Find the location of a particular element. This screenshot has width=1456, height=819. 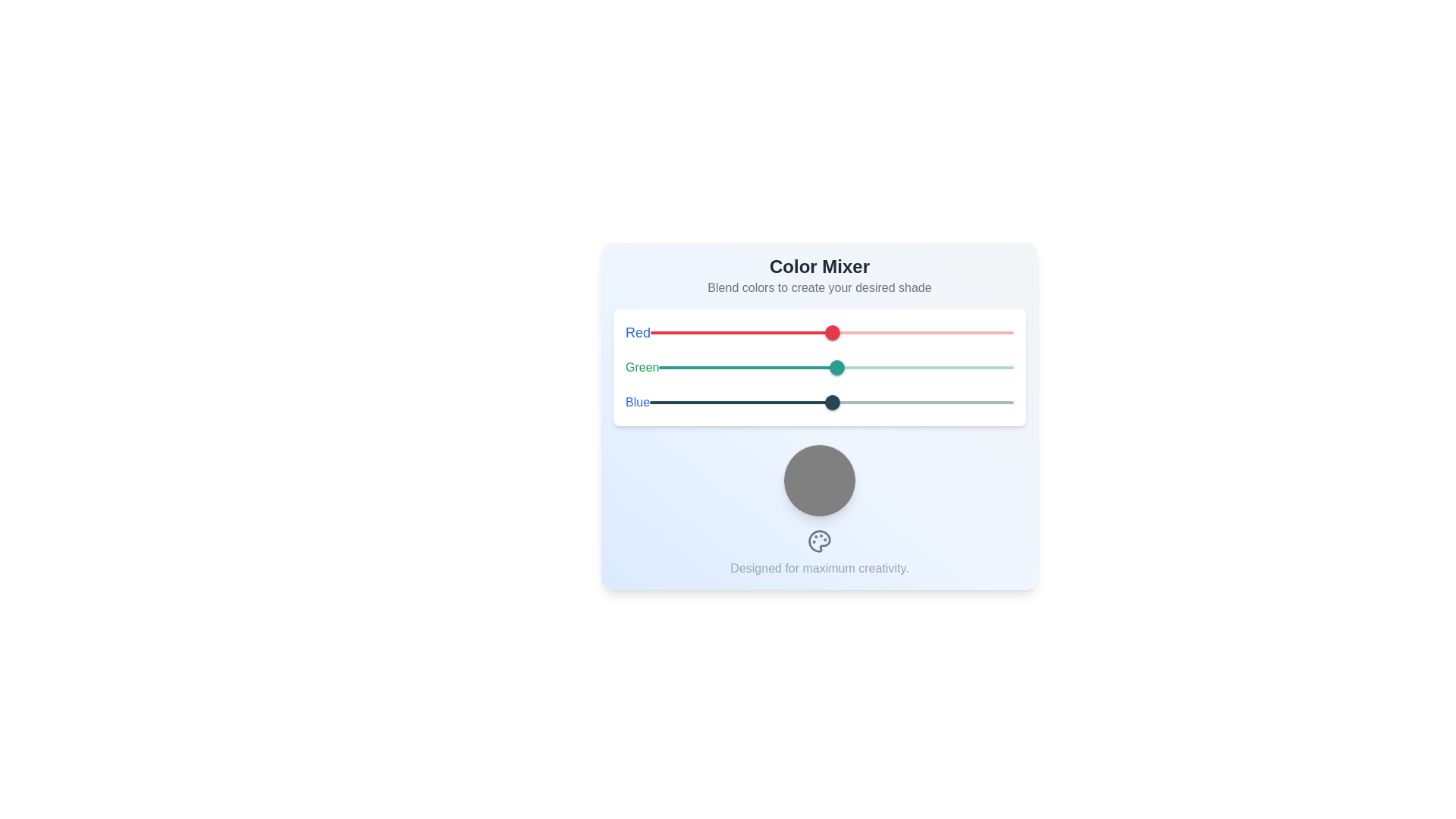

the green component slider is located at coordinates (818, 368).